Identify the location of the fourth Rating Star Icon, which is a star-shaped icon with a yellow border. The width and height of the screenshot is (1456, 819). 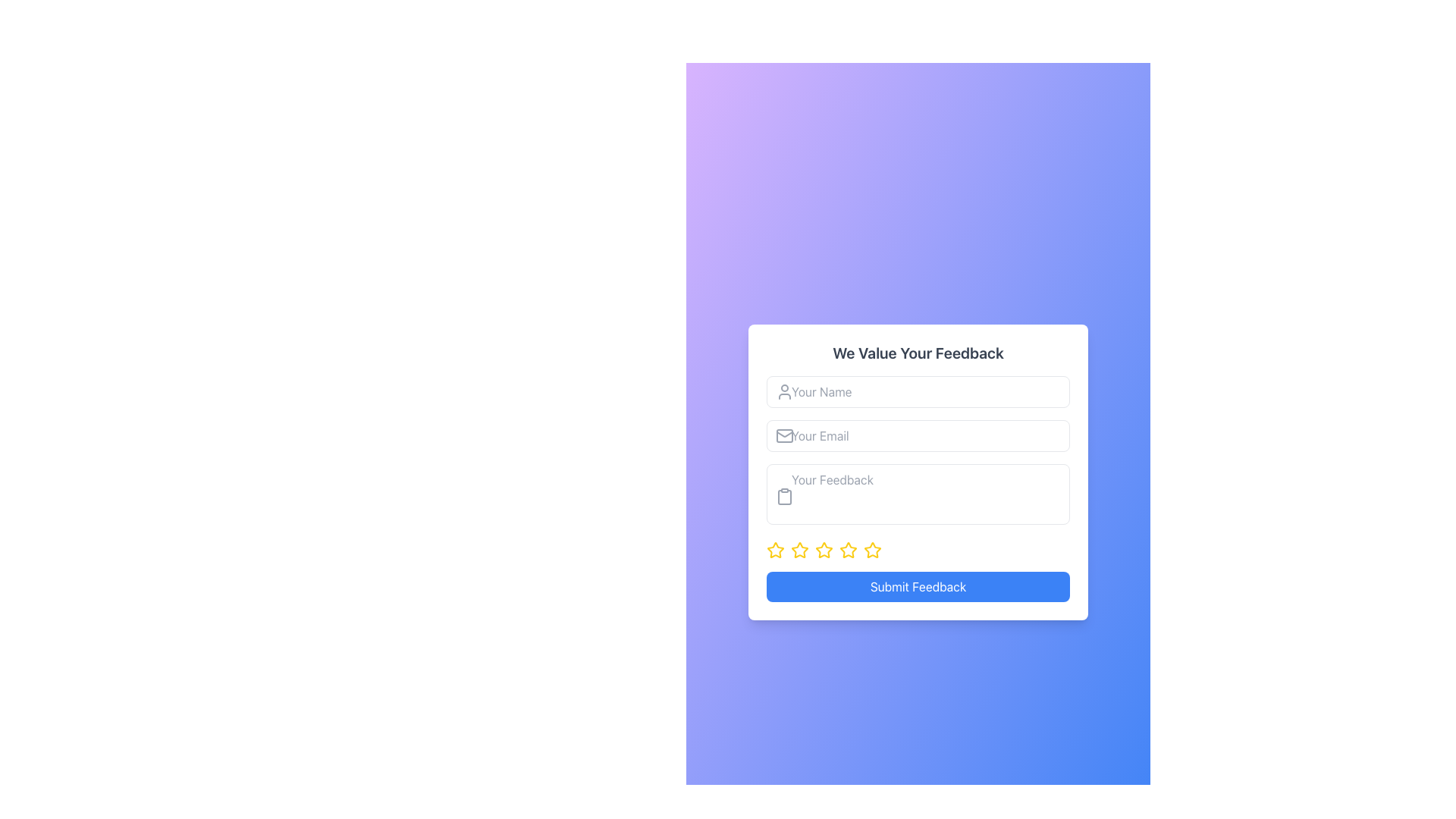
(847, 550).